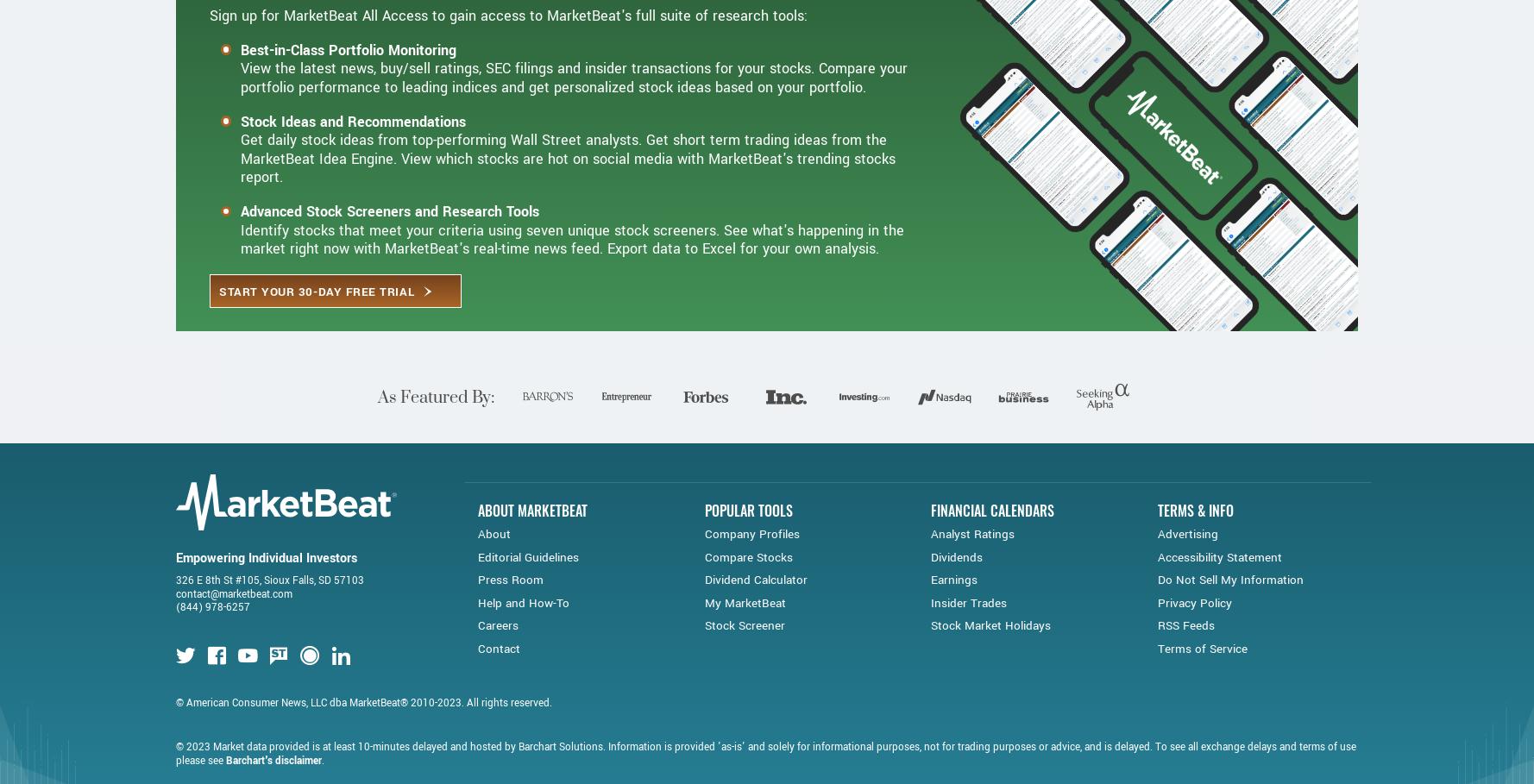  What do you see at coordinates (1185, 690) in the screenshot?
I see `'RSS Feeds'` at bounding box center [1185, 690].